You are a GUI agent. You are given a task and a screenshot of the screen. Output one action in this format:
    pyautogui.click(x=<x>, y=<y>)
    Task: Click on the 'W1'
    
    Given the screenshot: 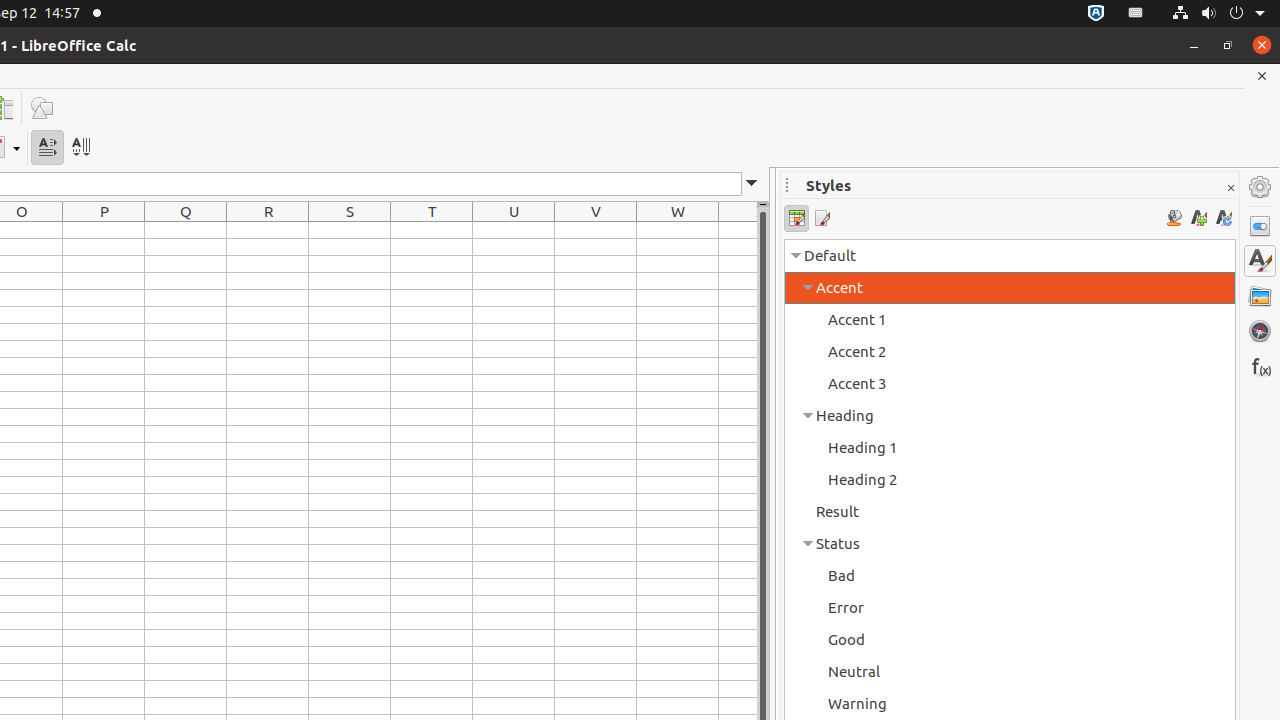 What is the action you would take?
    pyautogui.click(x=678, y=229)
    